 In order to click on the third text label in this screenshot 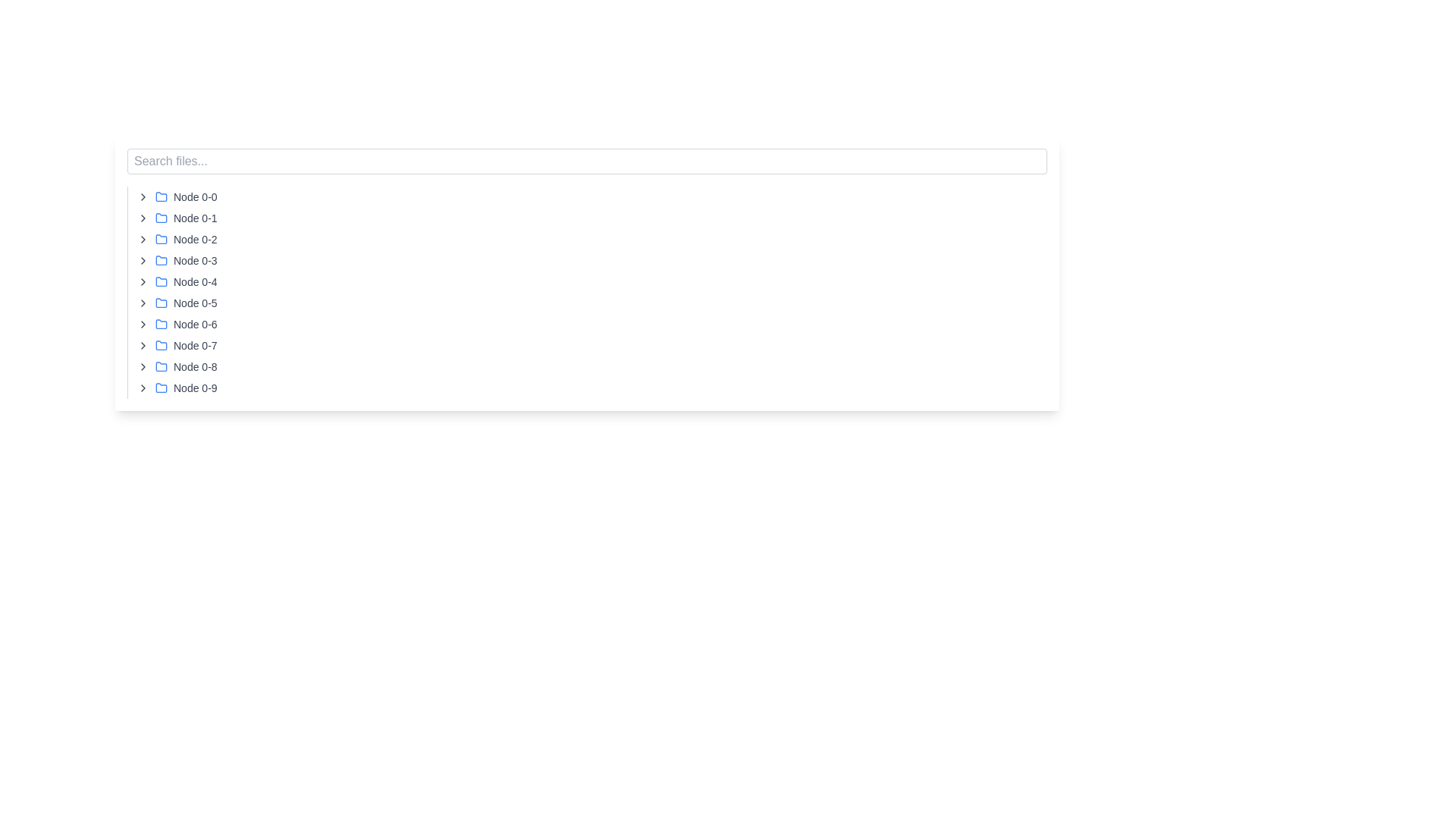, I will do `click(194, 218)`.